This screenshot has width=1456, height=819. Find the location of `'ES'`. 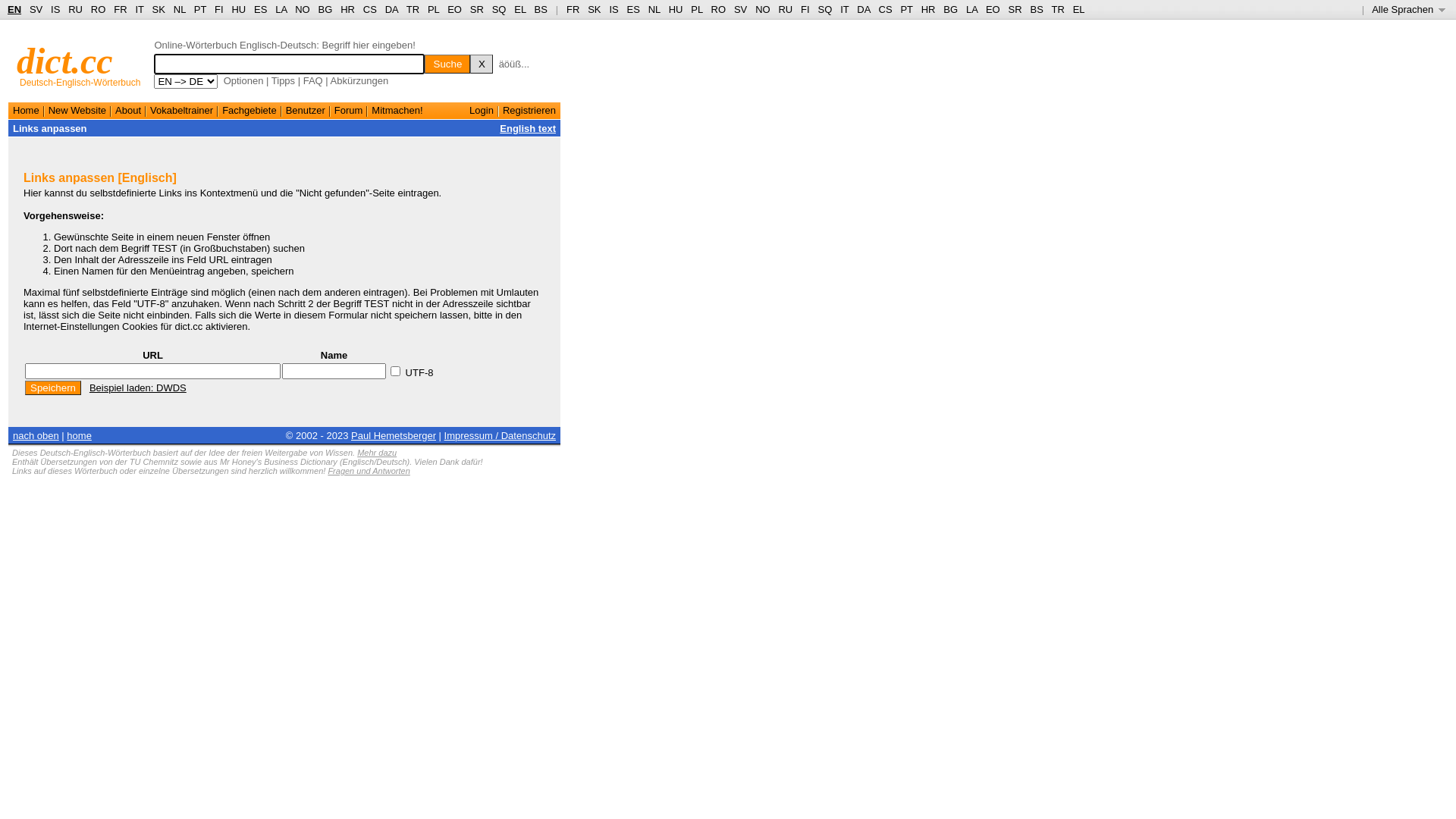

'ES' is located at coordinates (626, 9).